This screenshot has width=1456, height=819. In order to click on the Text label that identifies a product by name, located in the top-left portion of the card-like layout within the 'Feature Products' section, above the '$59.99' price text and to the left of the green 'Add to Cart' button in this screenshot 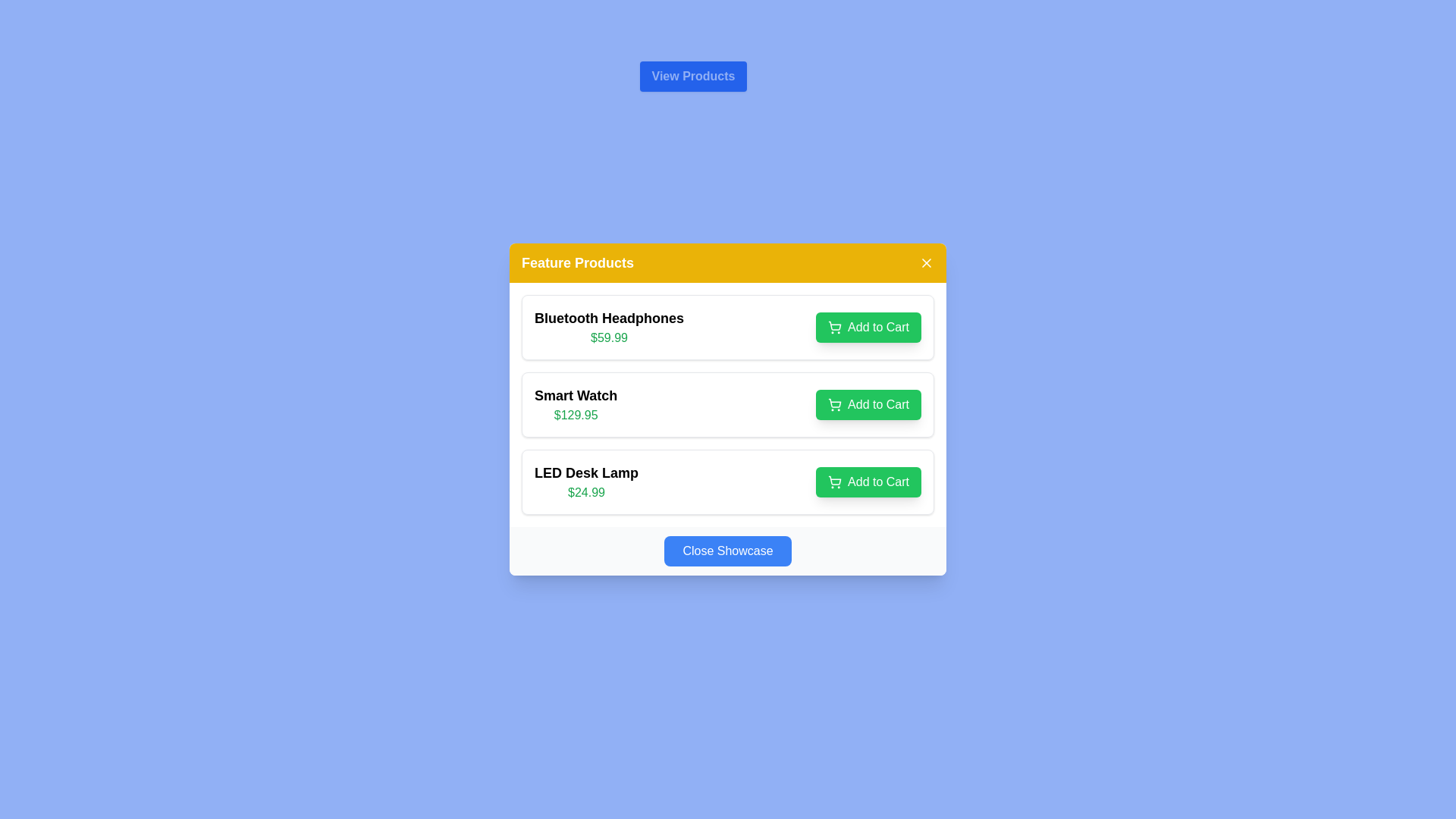, I will do `click(609, 318)`.